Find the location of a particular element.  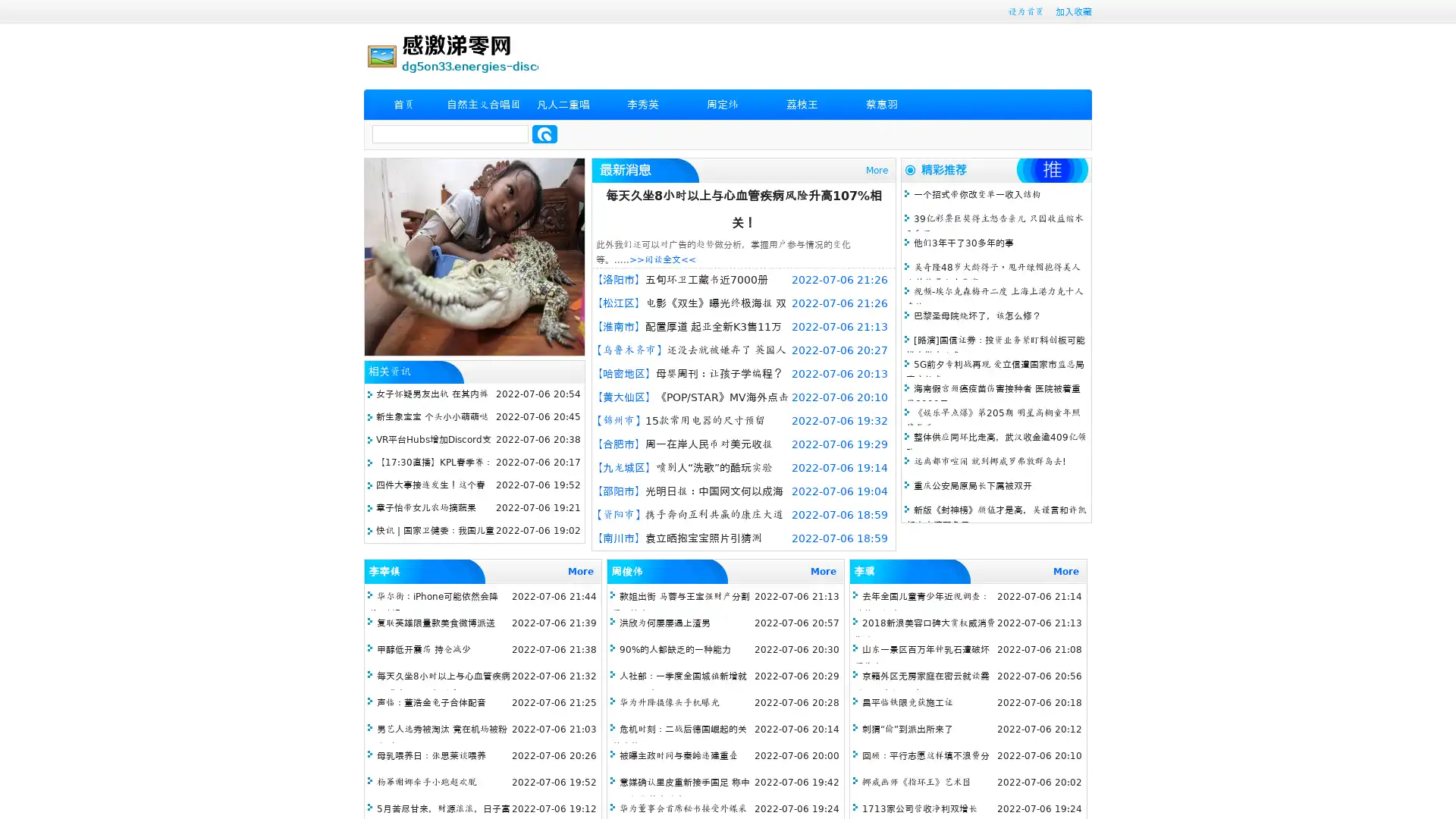

Search is located at coordinates (544, 133).